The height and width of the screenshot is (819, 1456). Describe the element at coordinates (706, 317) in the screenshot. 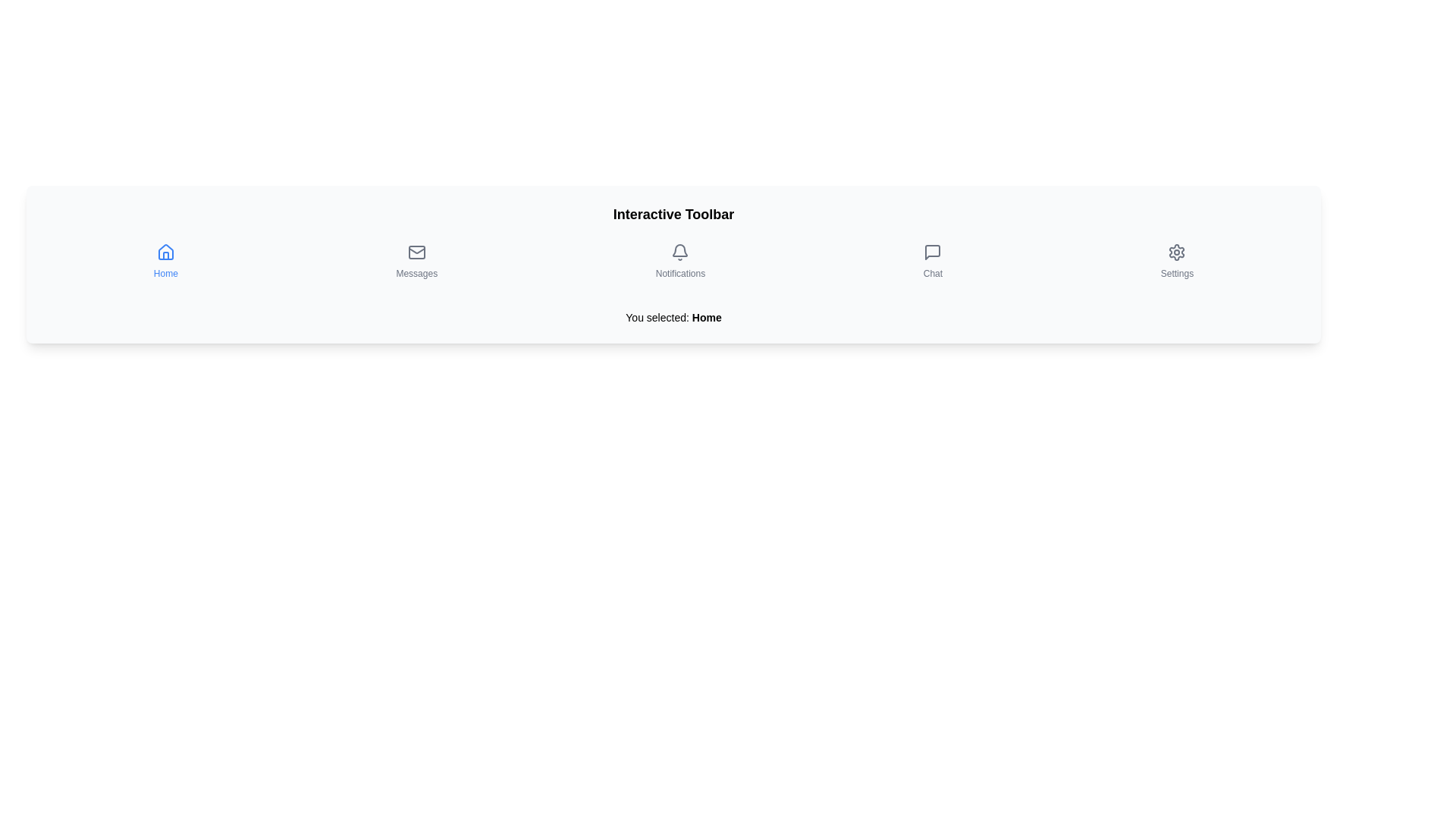

I see `bold-styled text that reads 'Home', which is part of the statement 'You selected: Home' displayed below the interactive toolbar` at that location.